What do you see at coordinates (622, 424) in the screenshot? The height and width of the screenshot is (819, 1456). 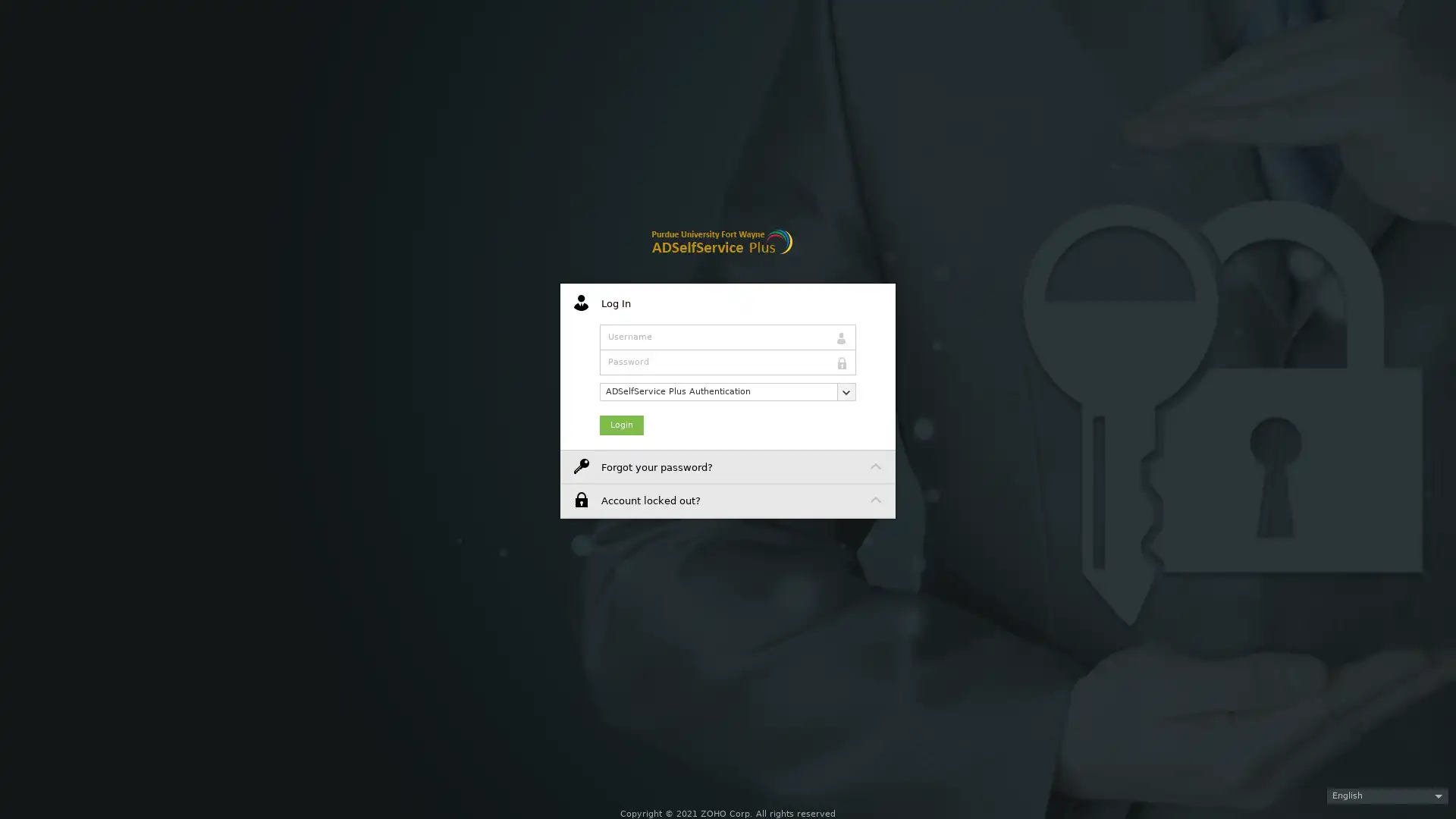 I see `Login` at bounding box center [622, 424].